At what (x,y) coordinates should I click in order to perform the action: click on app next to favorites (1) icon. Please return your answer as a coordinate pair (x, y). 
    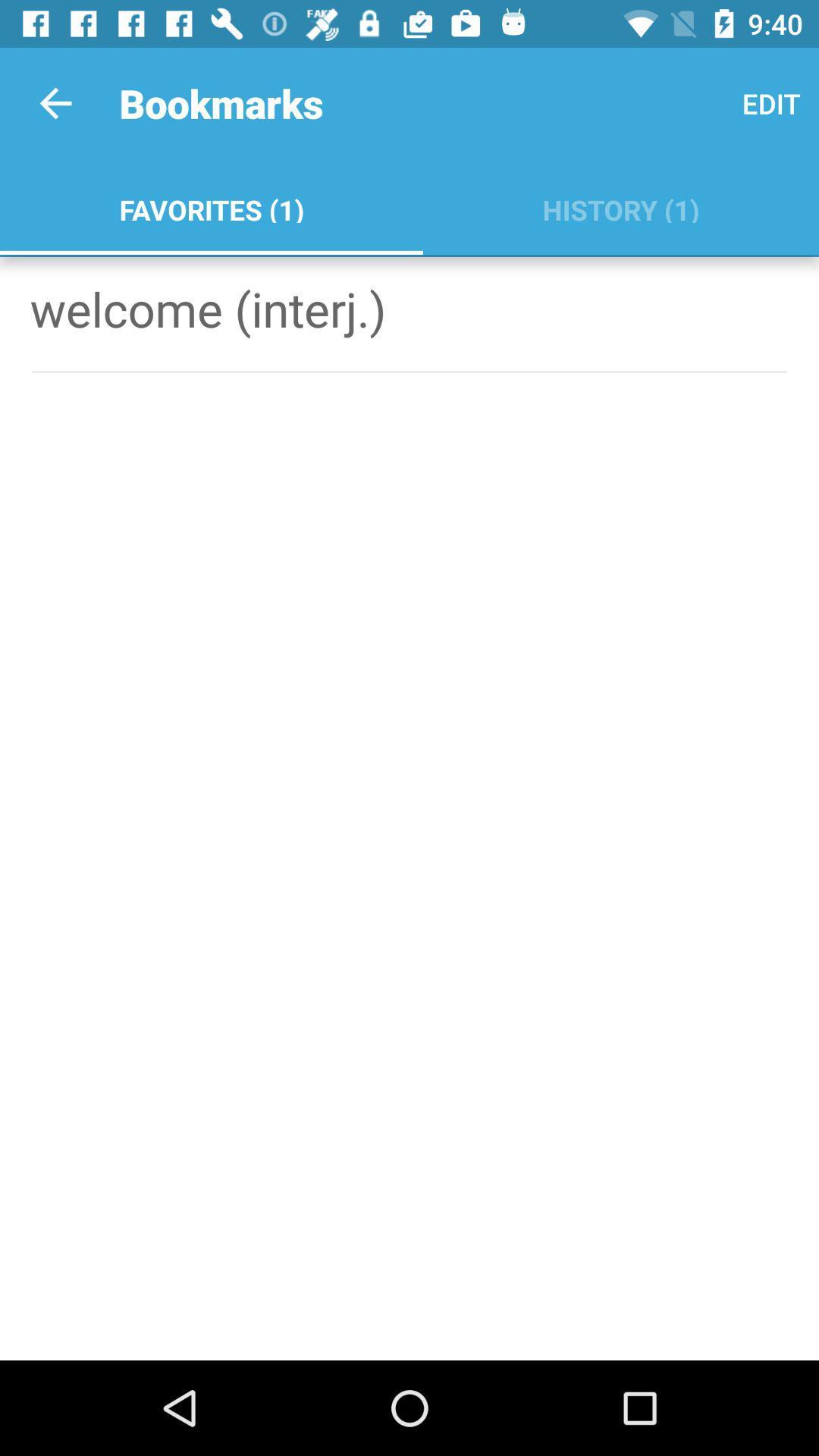
    Looking at the image, I should click on (771, 102).